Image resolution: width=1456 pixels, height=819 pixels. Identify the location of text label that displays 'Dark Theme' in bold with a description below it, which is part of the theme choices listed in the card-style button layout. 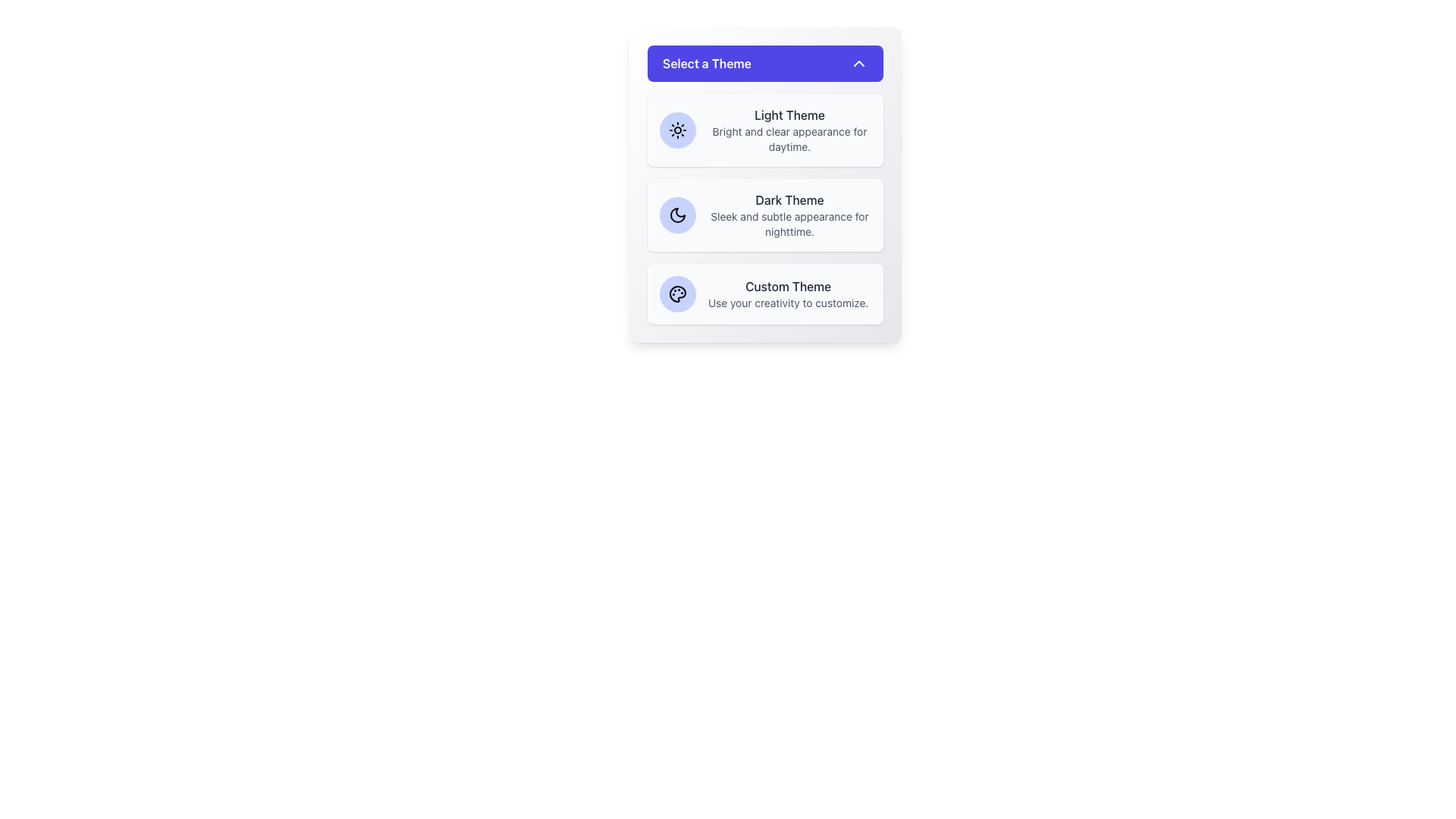
(789, 215).